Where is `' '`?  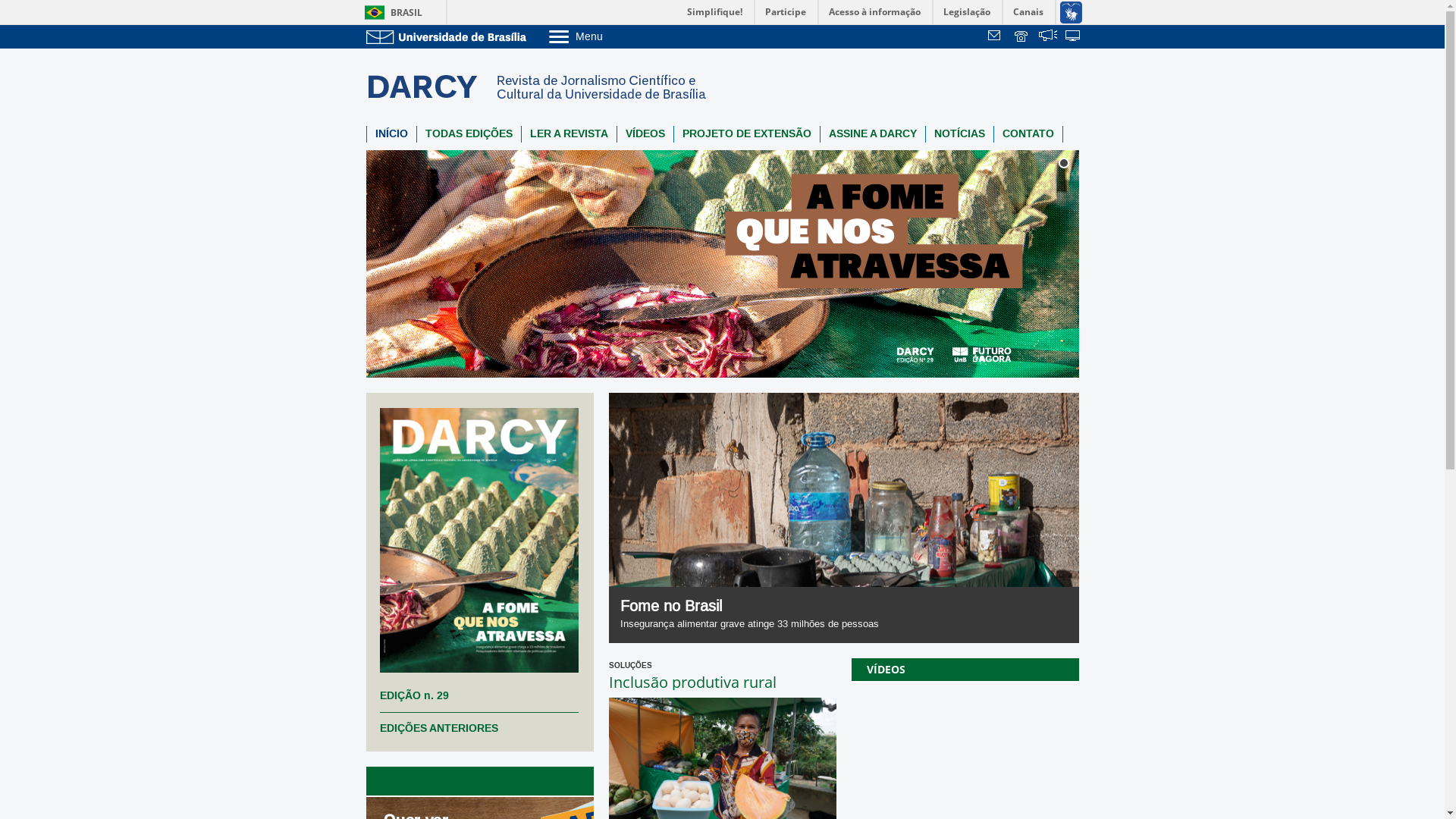
' ' is located at coordinates (996, 36).